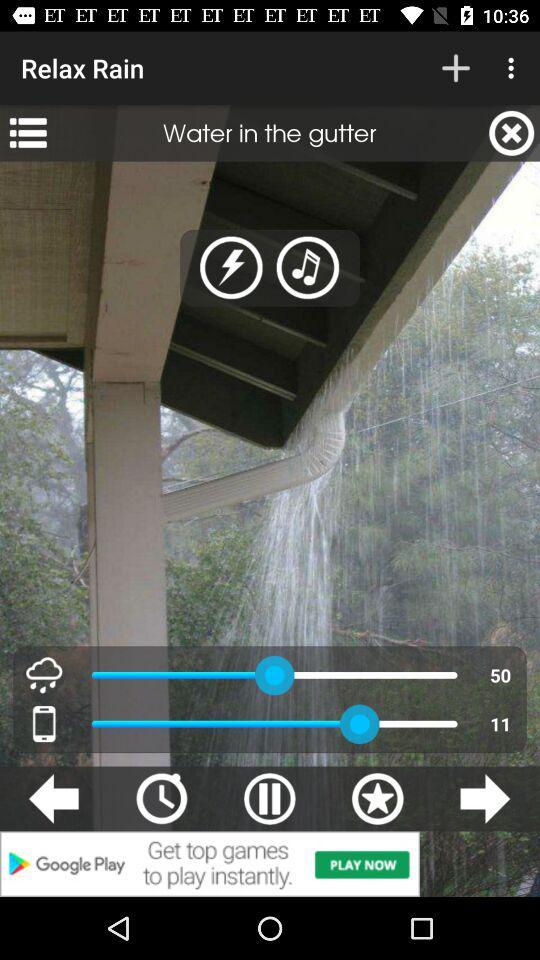  What do you see at coordinates (484, 798) in the screenshot?
I see `the arrow_forward icon` at bounding box center [484, 798].